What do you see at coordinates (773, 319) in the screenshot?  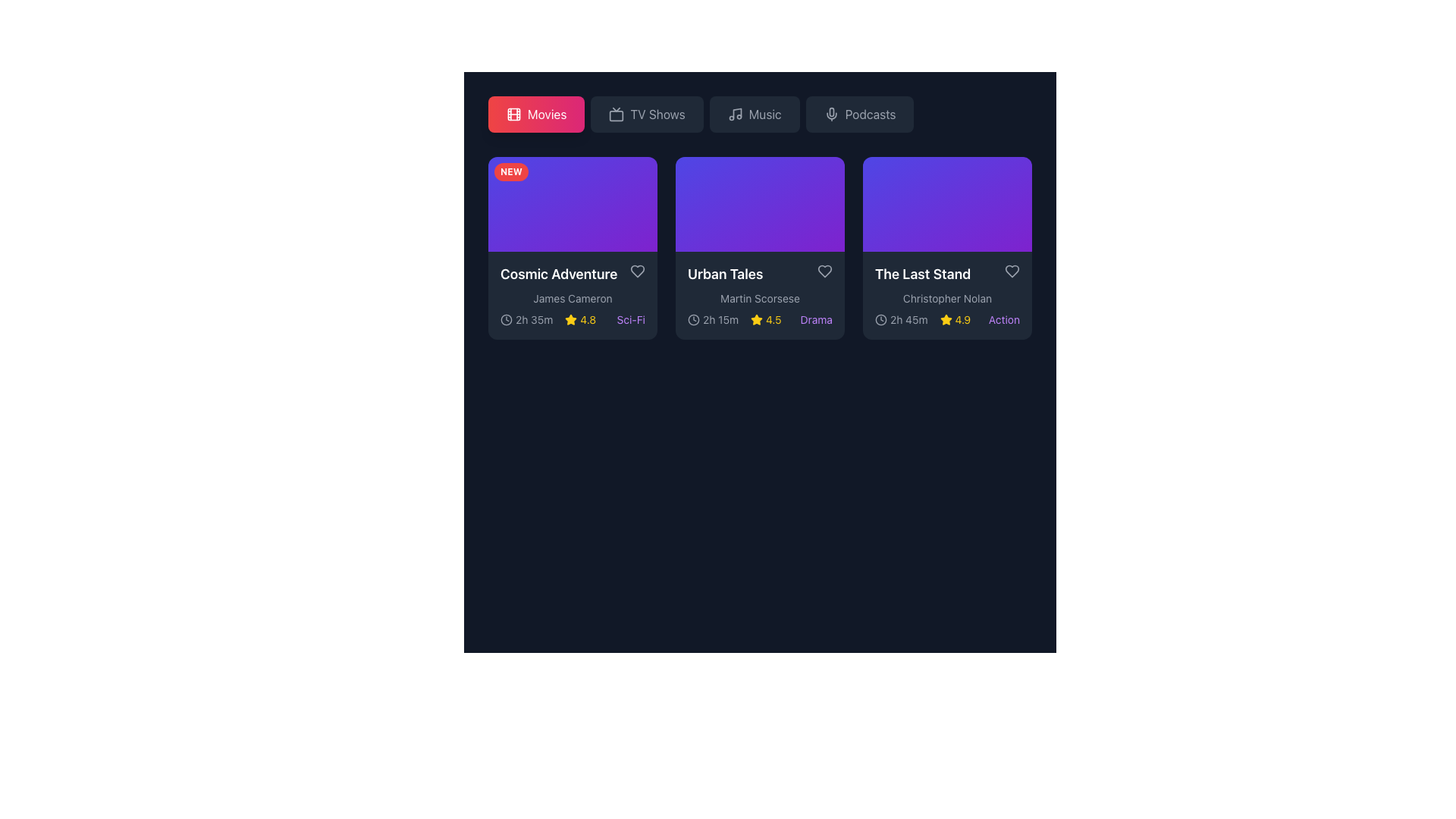 I see `rating score text displayed to the right of the star icon within the 'Urban Tales' card, under the genre label 'Drama' and above the duration information '2h 15m'` at bounding box center [773, 319].